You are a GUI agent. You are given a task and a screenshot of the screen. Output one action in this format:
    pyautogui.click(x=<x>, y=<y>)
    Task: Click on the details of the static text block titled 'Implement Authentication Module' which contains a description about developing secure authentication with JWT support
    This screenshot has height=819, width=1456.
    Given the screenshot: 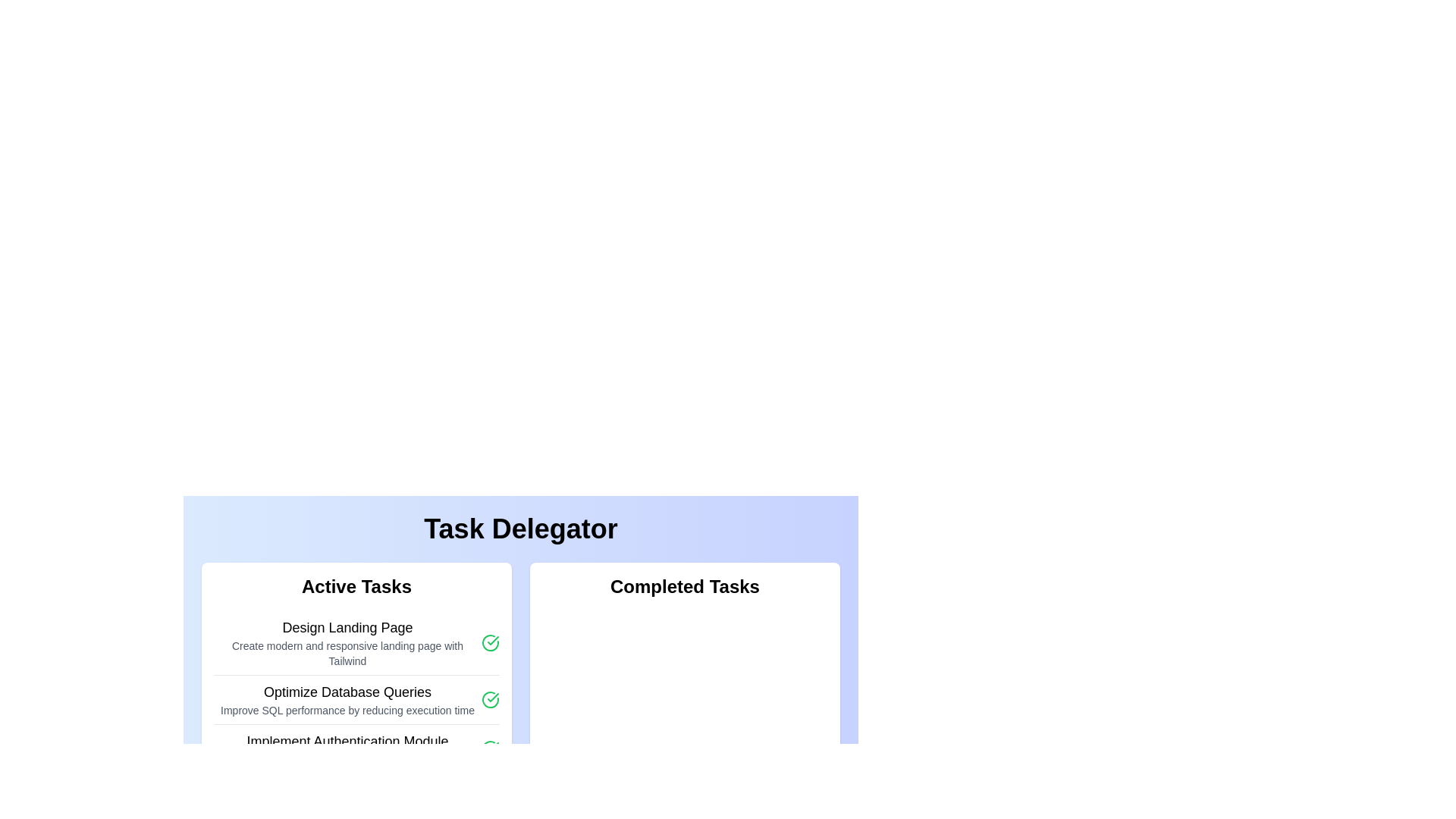 What is the action you would take?
    pyautogui.click(x=347, y=748)
    